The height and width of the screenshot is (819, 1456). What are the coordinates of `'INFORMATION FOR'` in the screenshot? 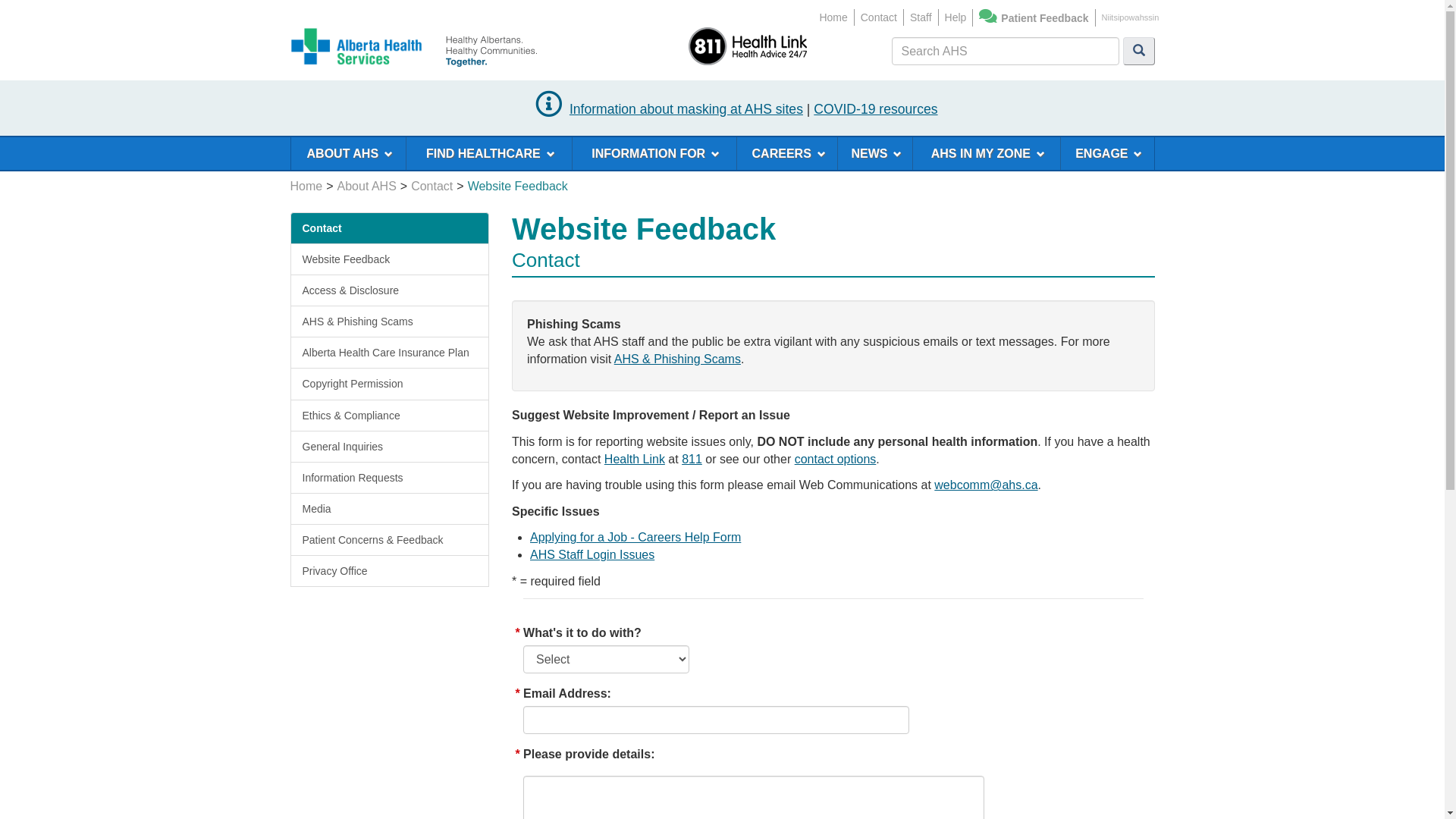 It's located at (570, 153).